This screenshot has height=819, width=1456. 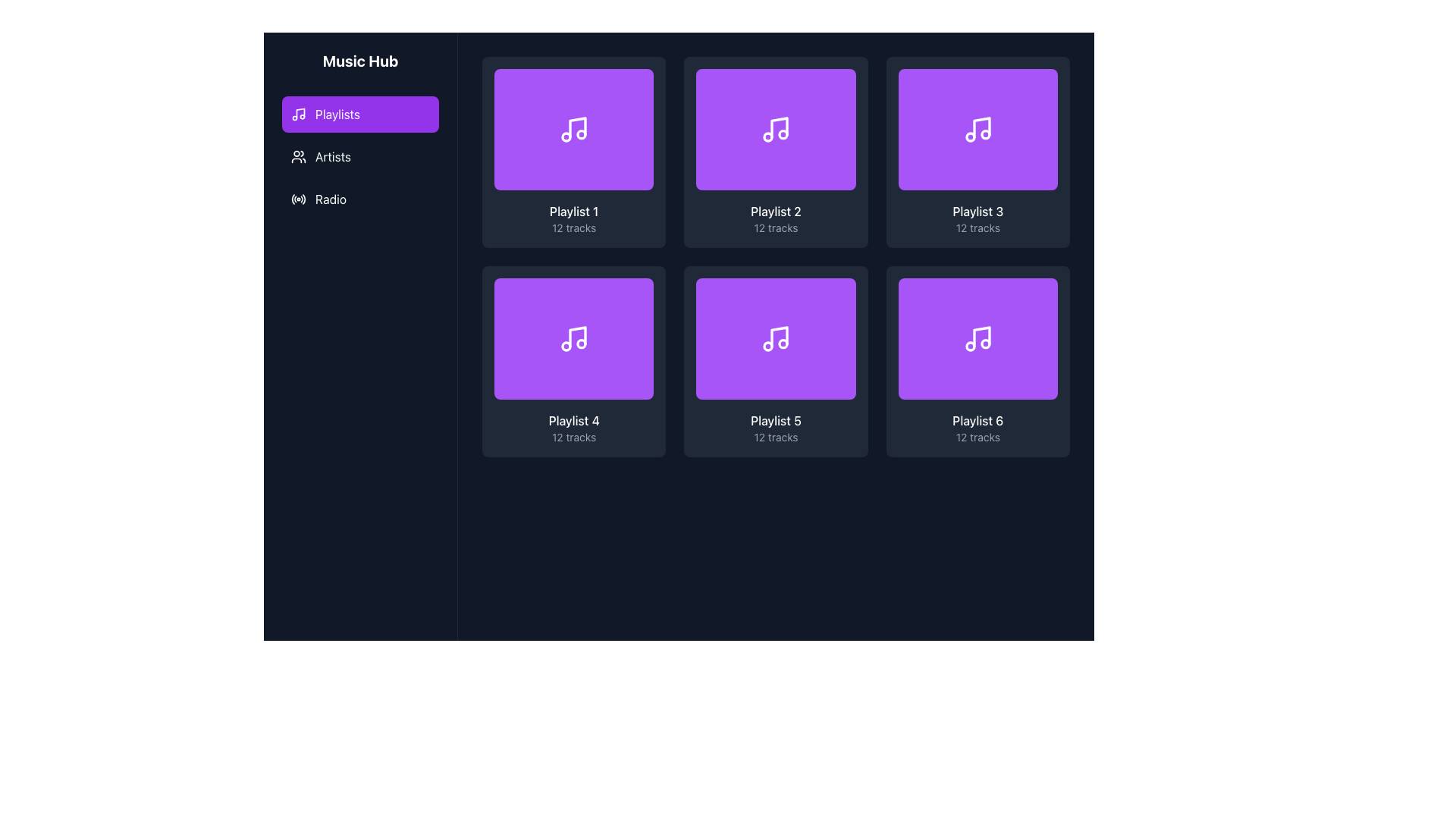 I want to click on the text label indicating the number of tracks in 'Playlist 4', so click(x=573, y=438).